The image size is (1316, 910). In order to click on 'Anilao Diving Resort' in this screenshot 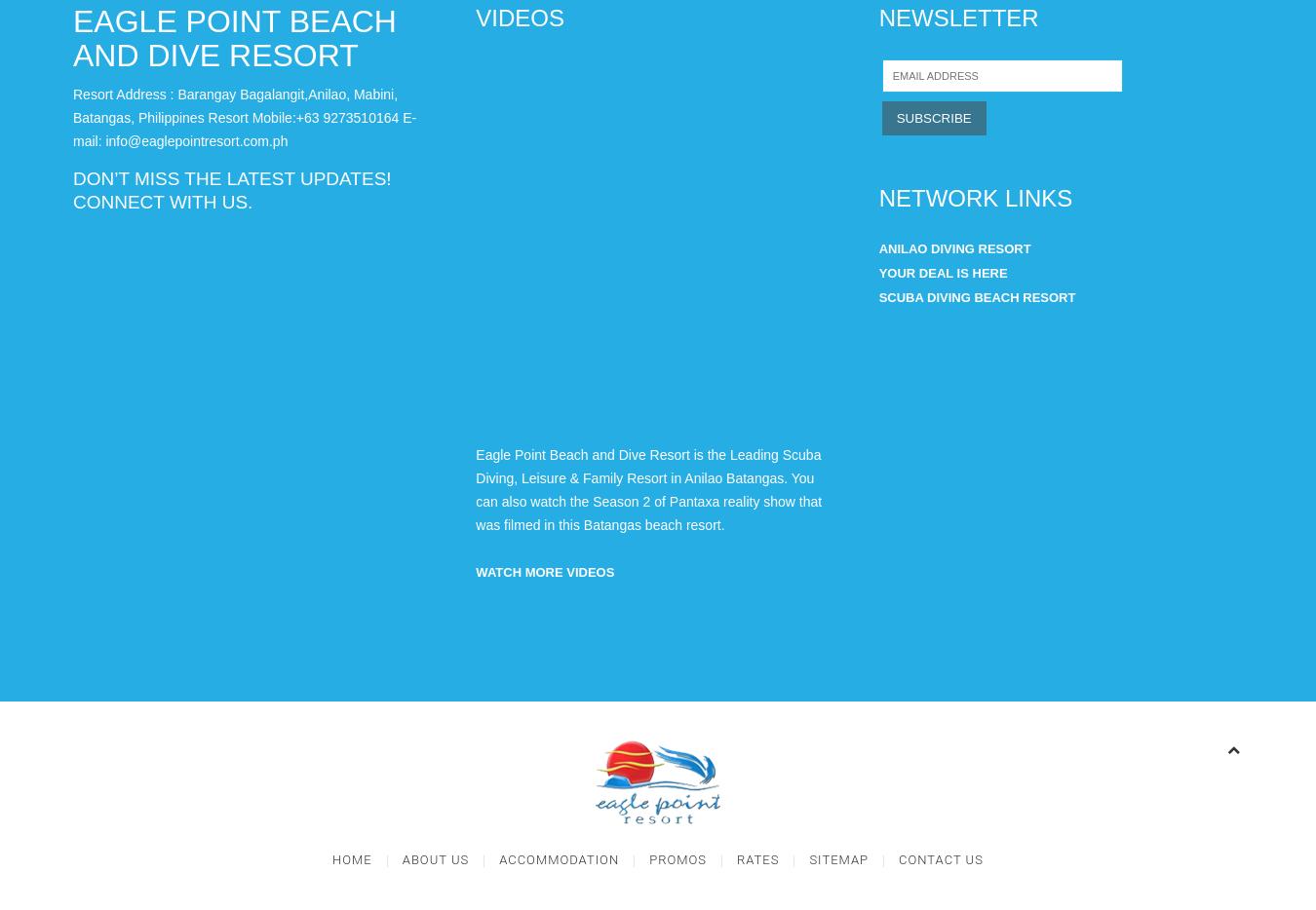, I will do `click(877, 248)`.